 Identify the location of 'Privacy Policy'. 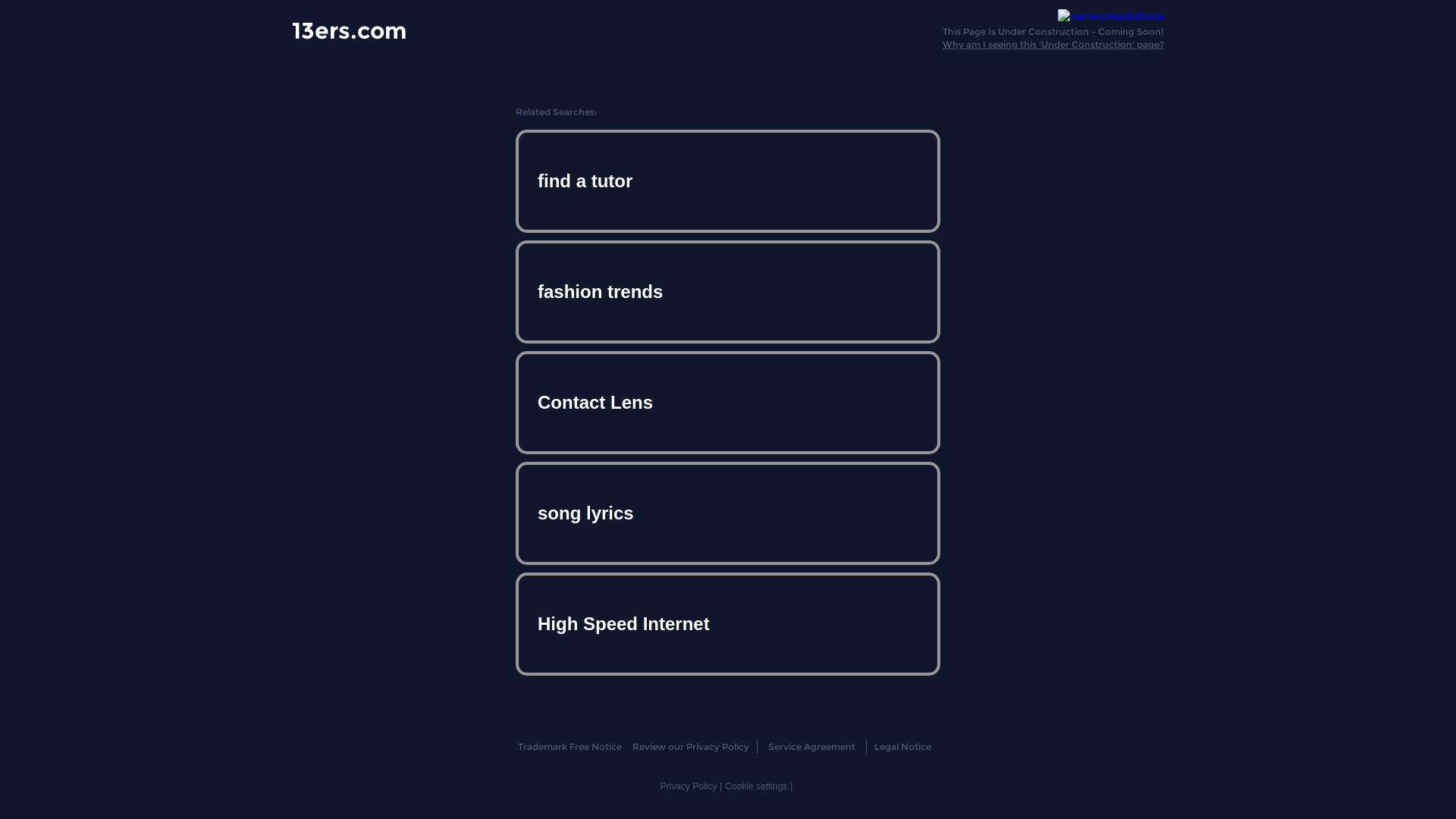
(687, 786).